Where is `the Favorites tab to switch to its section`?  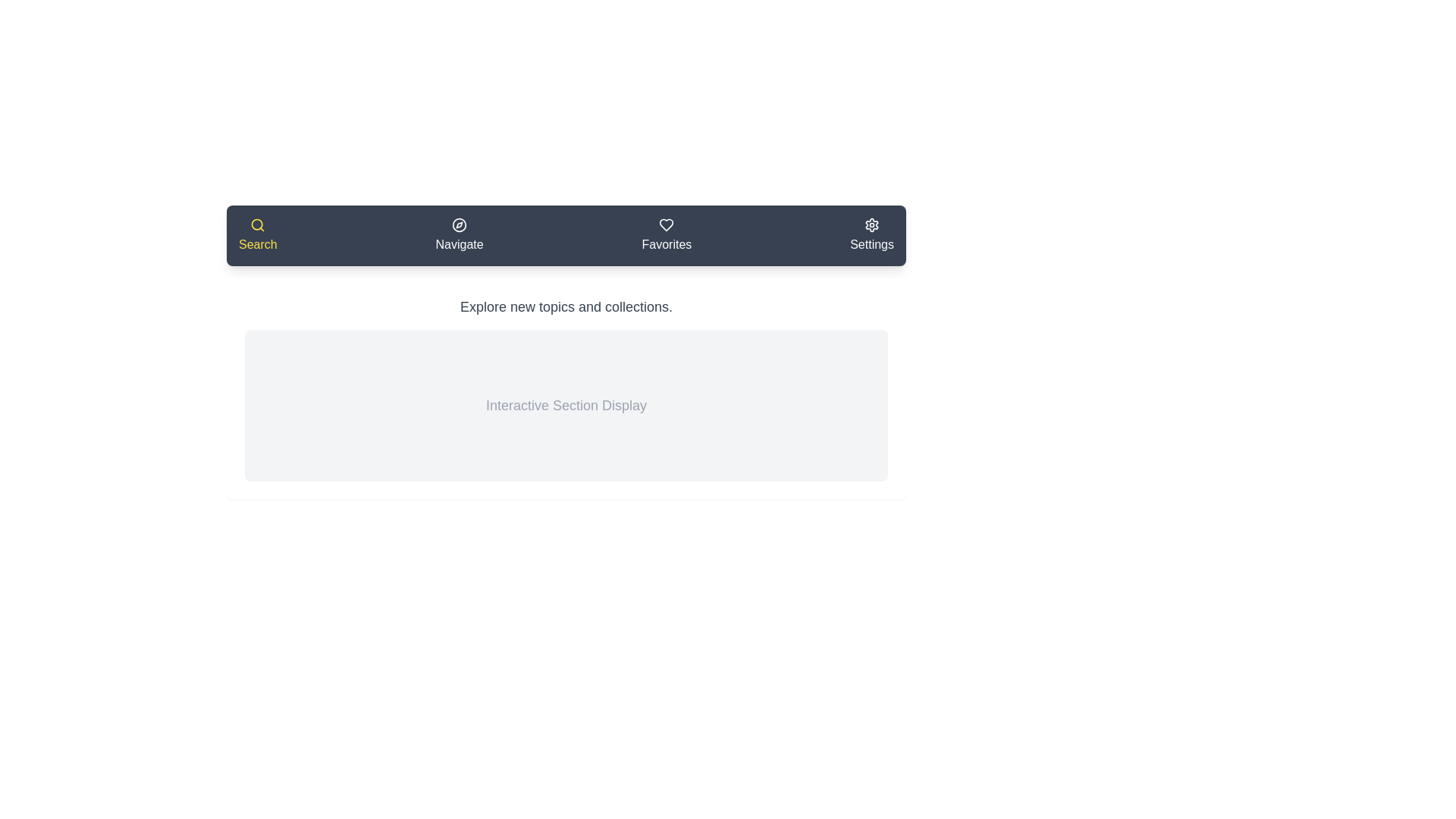 the Favorites tab to switch to its section is located at coordinates (666, 236).